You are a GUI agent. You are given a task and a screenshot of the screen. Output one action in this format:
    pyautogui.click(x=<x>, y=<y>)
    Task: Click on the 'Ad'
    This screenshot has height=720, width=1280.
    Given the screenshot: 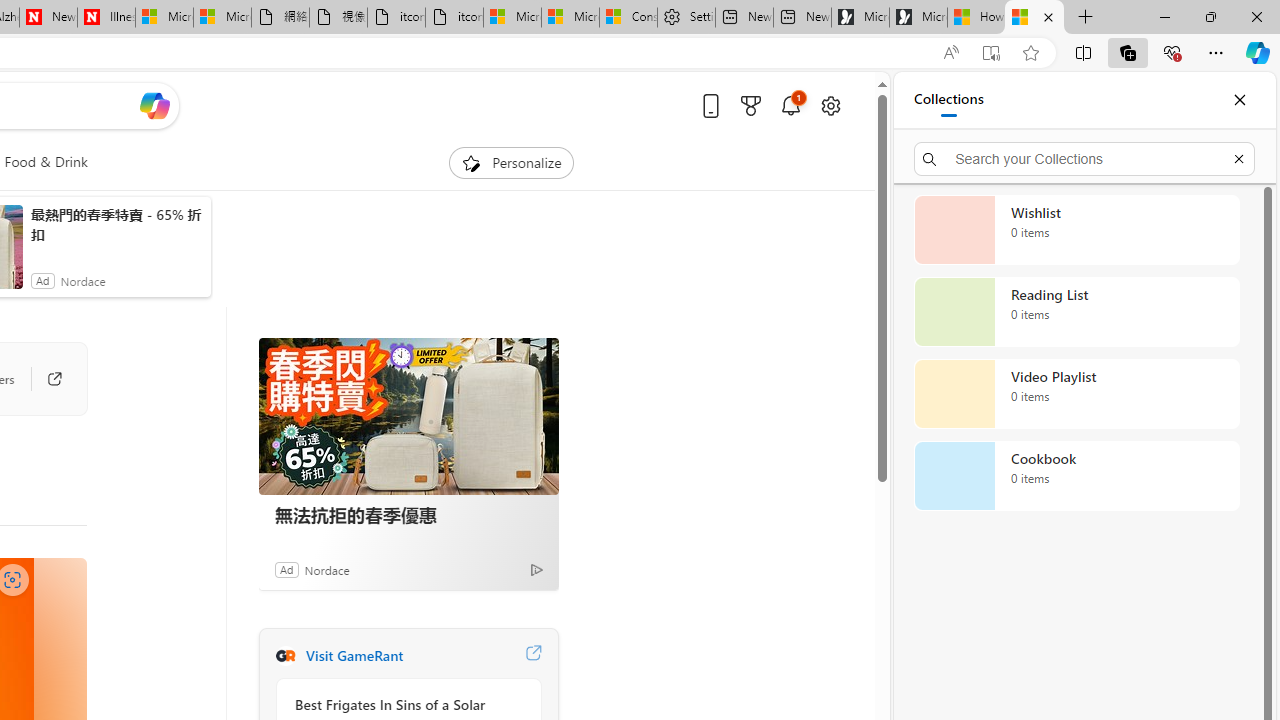 What is the action you would take?
    pyautogui.click(x=285, y=569)
    